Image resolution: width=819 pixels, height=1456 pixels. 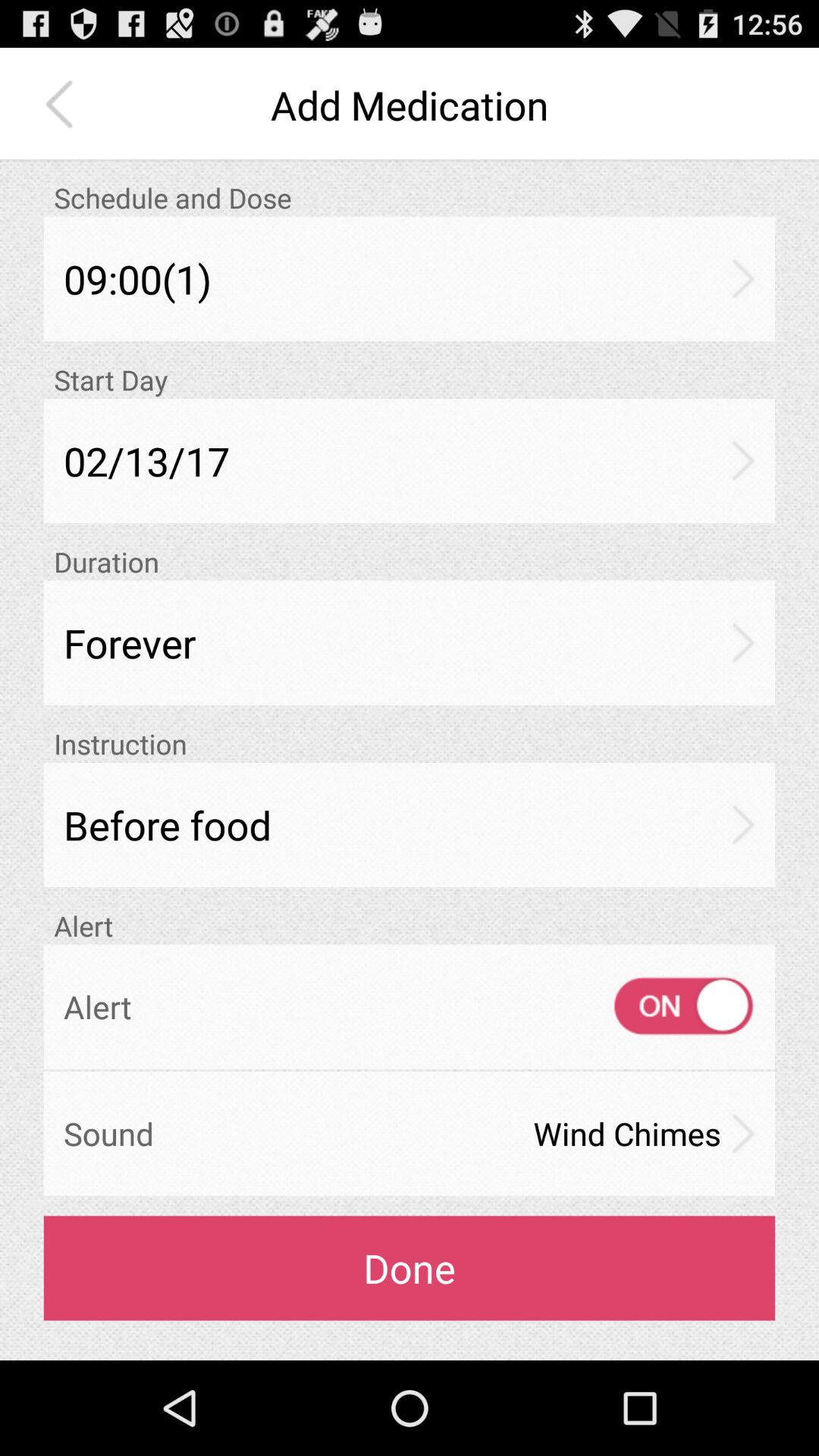 What do you see at coordinates (409, 642) in the screenshot?
I see `forever` at bounding box center [409, 642].